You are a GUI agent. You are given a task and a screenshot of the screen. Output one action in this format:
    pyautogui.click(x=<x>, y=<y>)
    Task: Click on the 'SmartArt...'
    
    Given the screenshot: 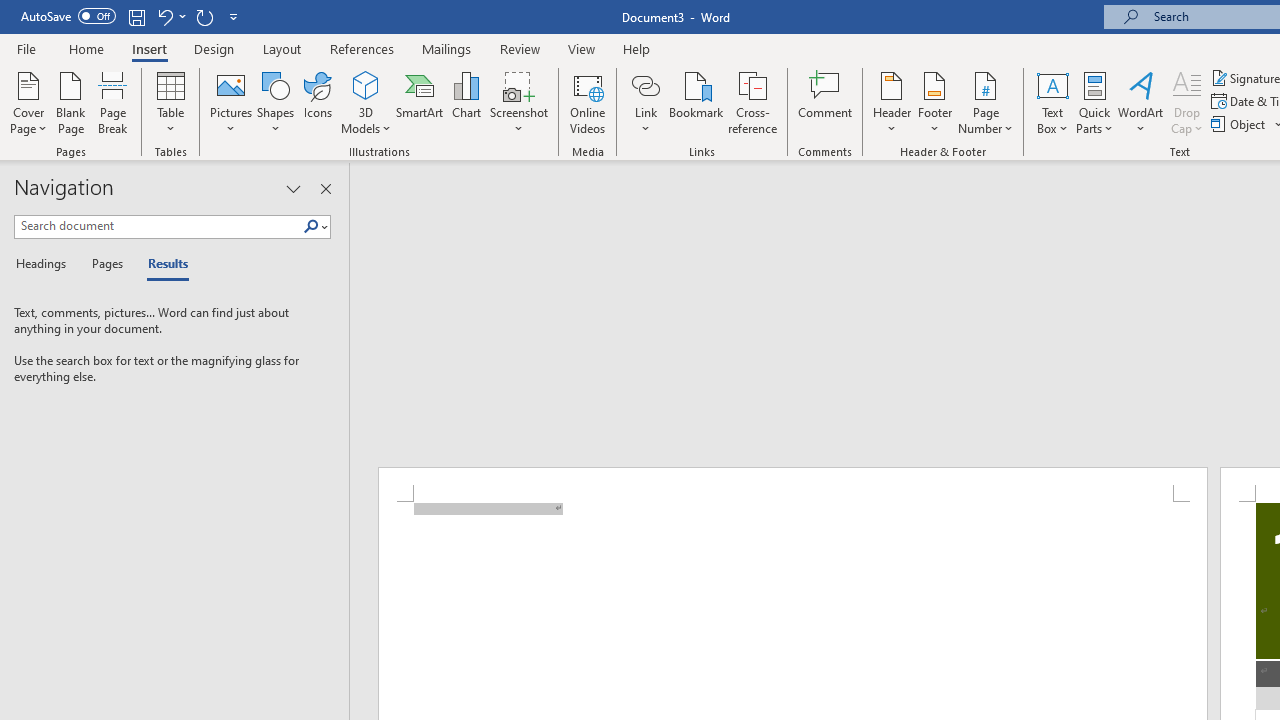 What is the action you would take?
    pyautogui.click(x=418, y=103)
    